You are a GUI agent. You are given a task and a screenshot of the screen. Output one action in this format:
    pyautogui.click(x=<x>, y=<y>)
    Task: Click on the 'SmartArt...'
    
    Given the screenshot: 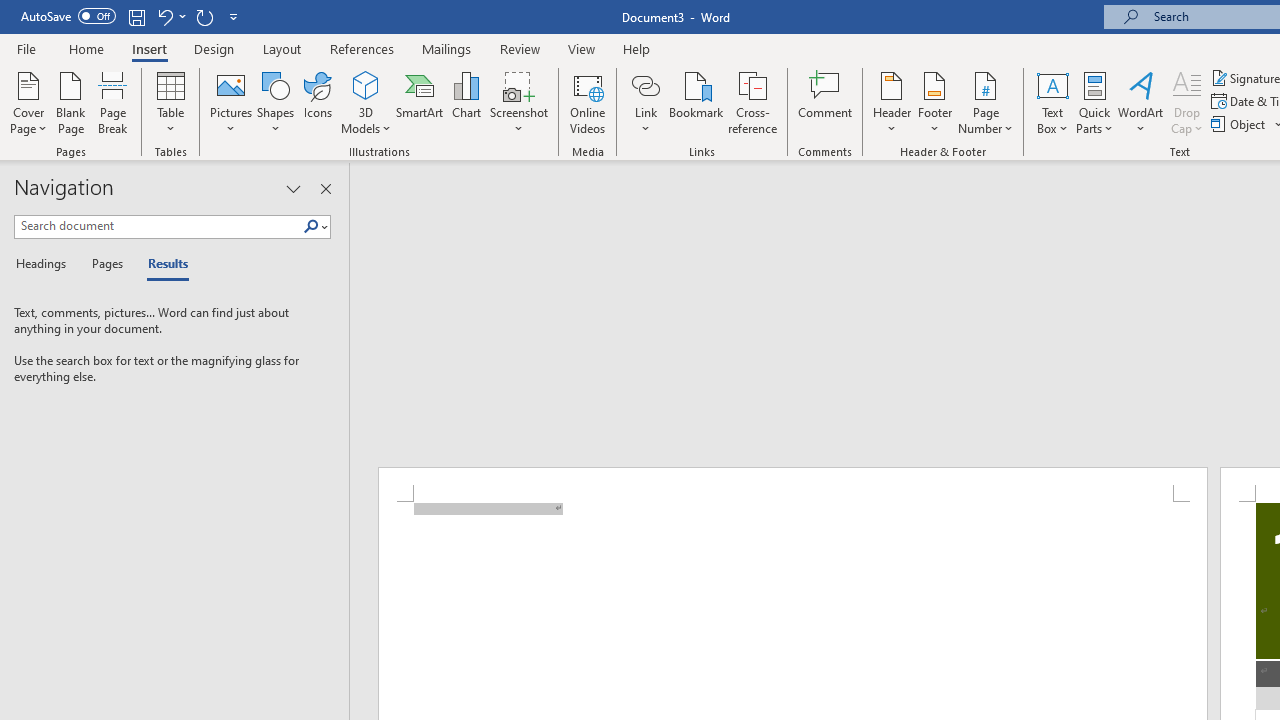 What is the action you would take?
    pyautogui.click(x=418, y=103)
    